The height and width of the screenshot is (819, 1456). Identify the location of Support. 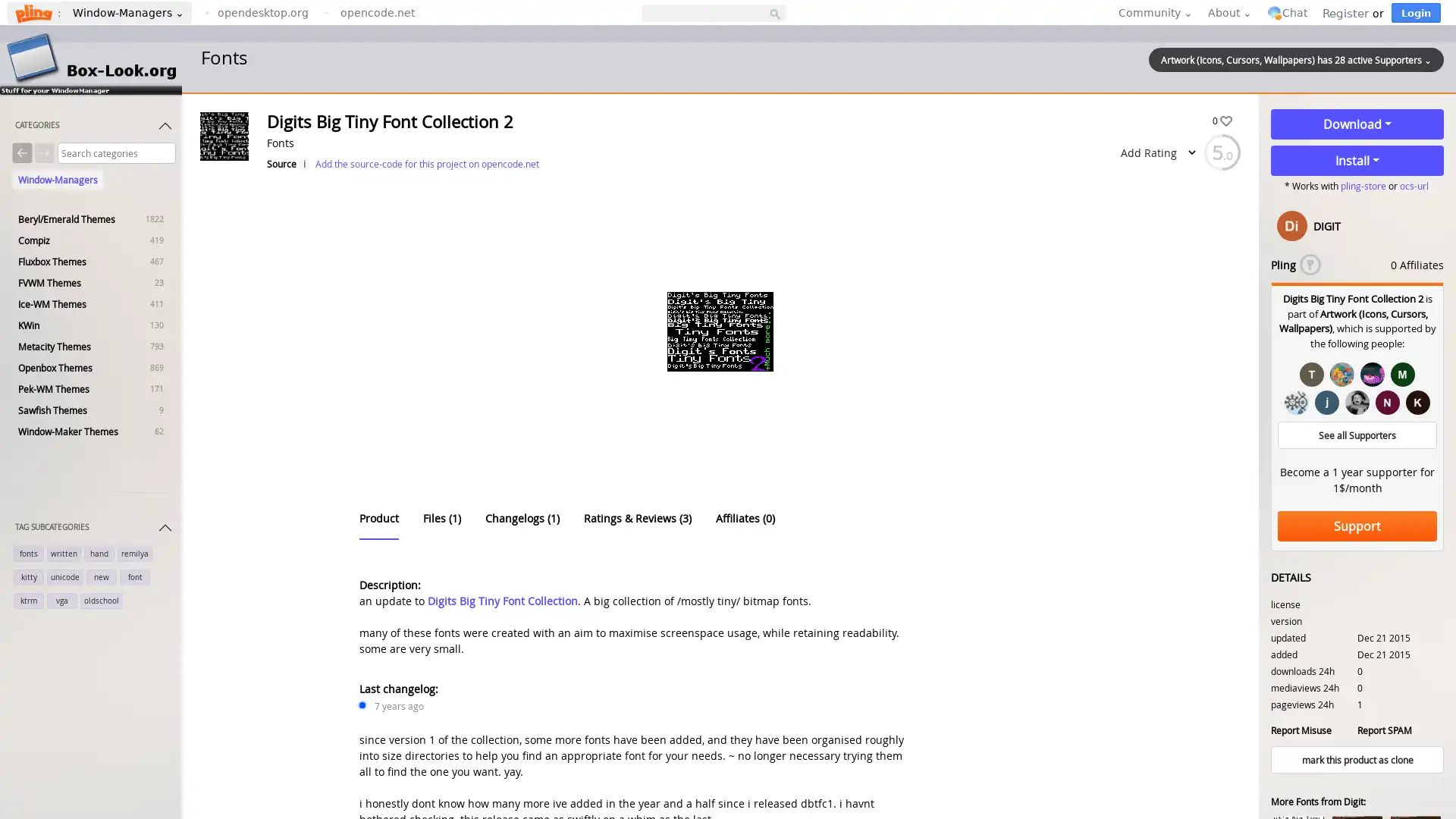
(1357, 526).